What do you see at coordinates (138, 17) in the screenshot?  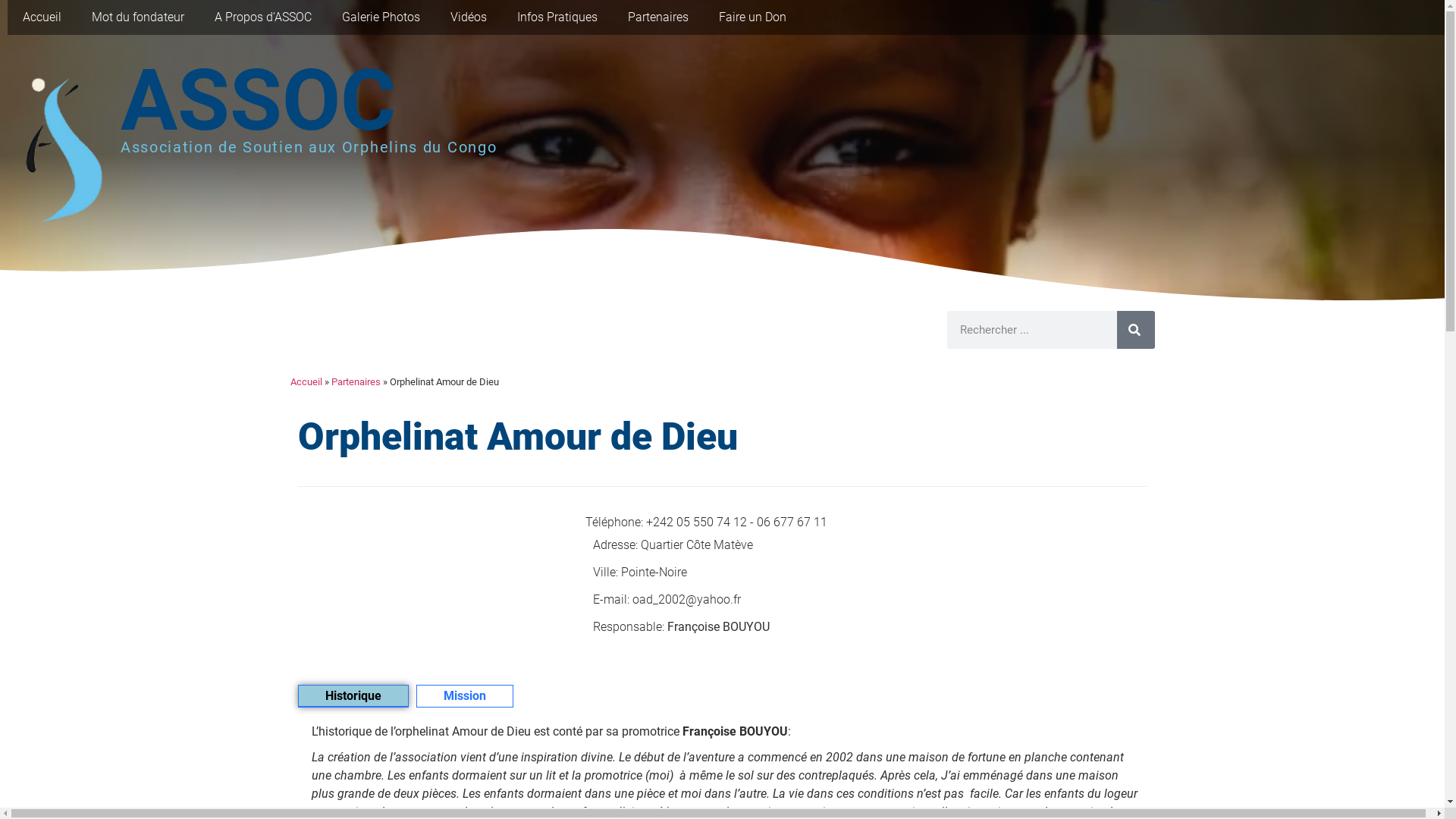 I see `'Mot du fondateur'` at bounding box center [138, 17].